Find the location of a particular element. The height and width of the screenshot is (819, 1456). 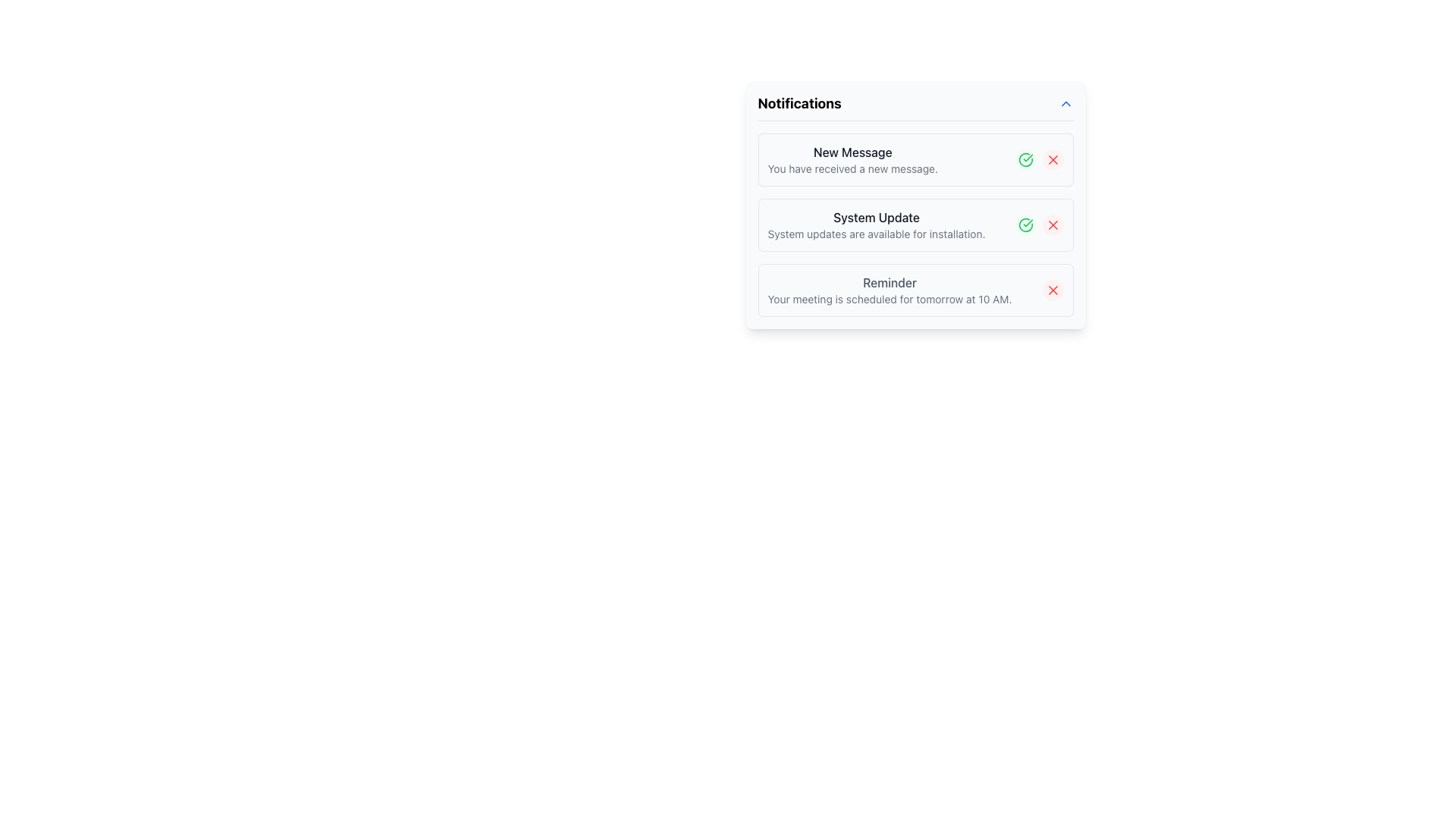

the small red 'X' icon is located at coordinates (1052, 160).